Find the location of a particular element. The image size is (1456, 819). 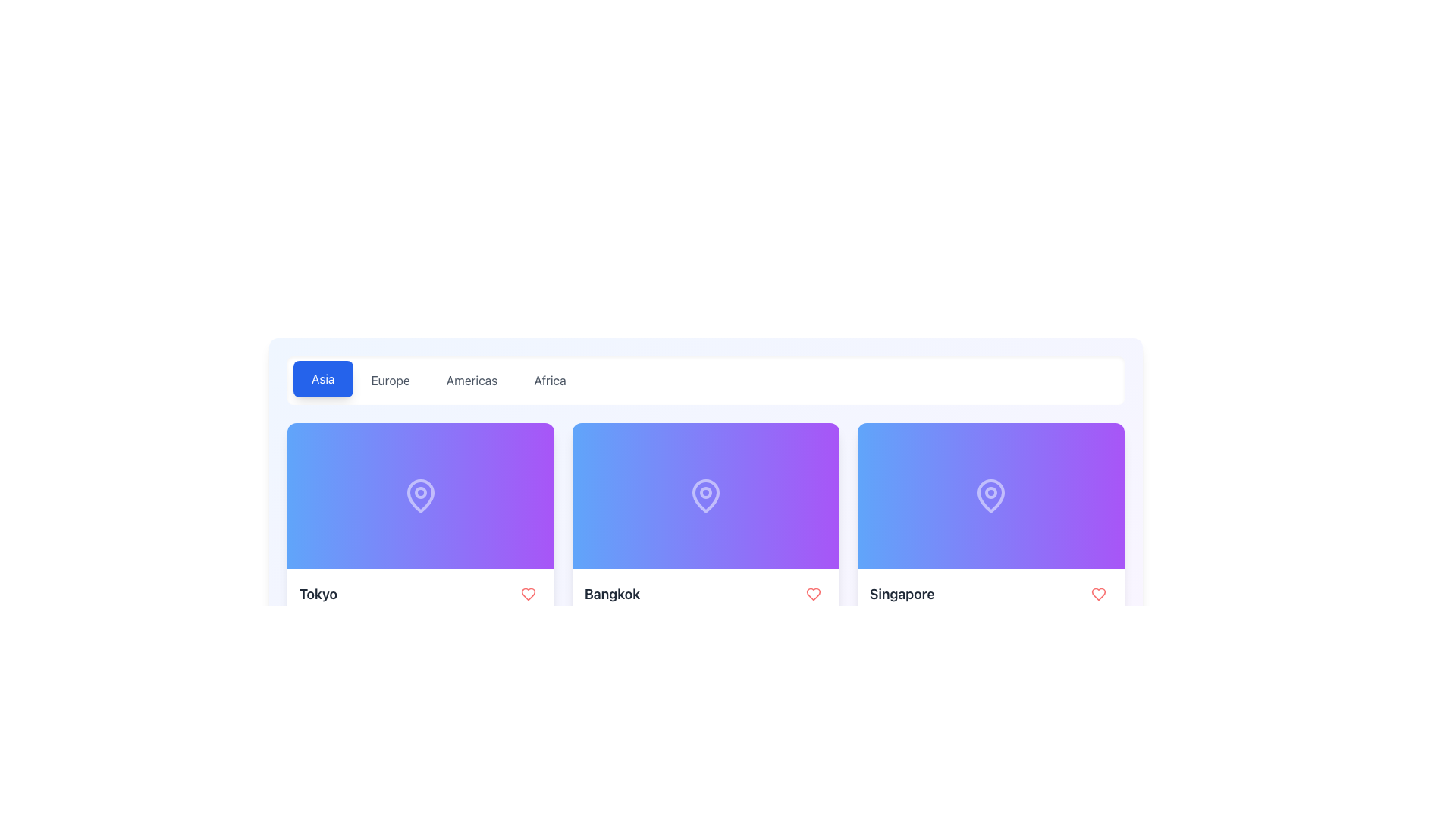

the 'Americas' tab button, the third tab in a horizontal set of four is located at coordinates (471, 379).